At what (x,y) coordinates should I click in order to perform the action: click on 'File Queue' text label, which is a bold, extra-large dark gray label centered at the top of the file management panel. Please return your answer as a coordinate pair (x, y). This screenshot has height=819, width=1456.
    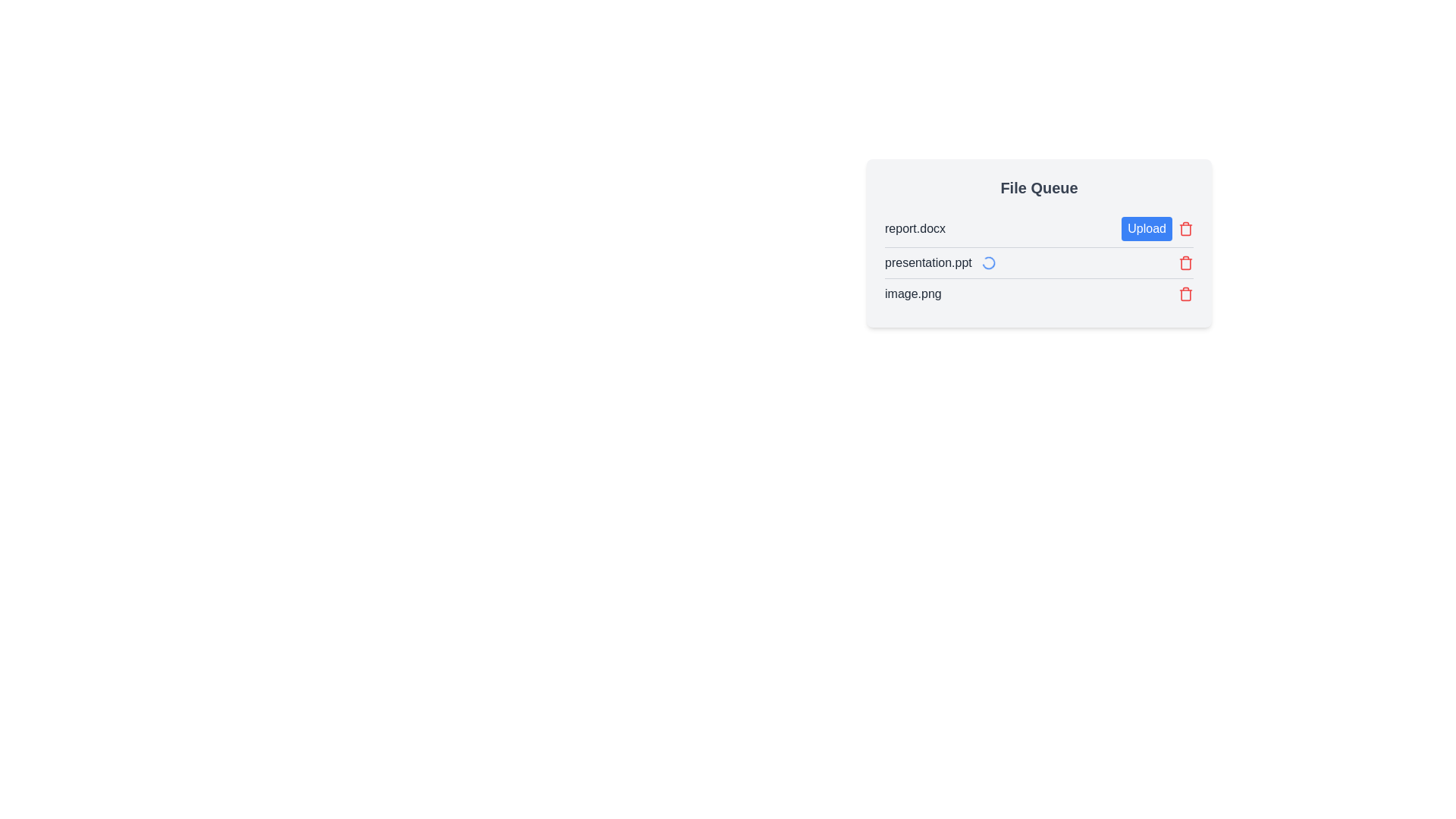
    Looking at the image, I should click on (1038, 187).